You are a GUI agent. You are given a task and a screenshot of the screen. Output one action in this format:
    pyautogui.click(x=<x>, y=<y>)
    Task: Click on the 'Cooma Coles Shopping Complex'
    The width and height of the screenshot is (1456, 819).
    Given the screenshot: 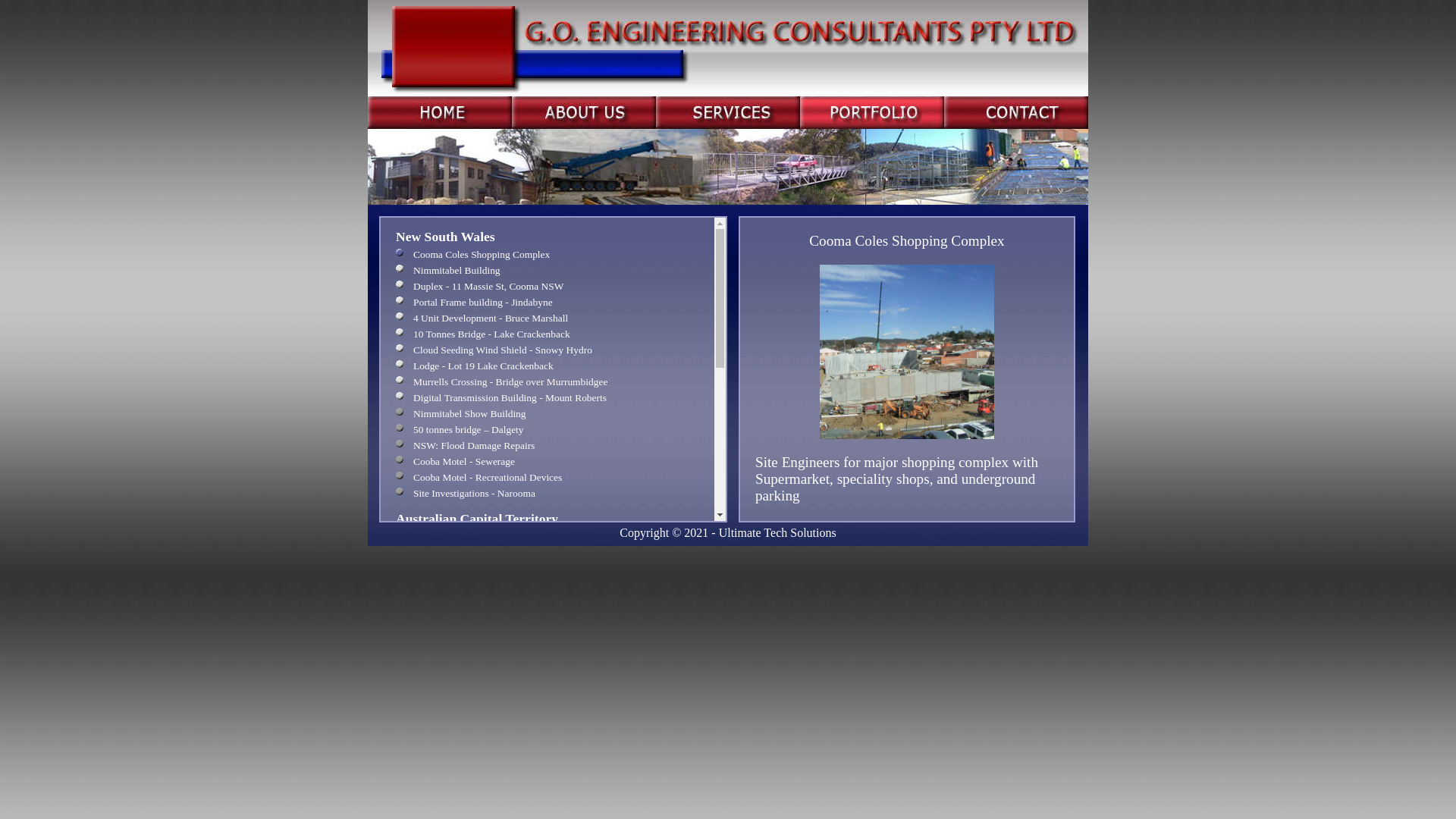 What is the action you would take?
    pyautogui.click(x=396, y=253)
    